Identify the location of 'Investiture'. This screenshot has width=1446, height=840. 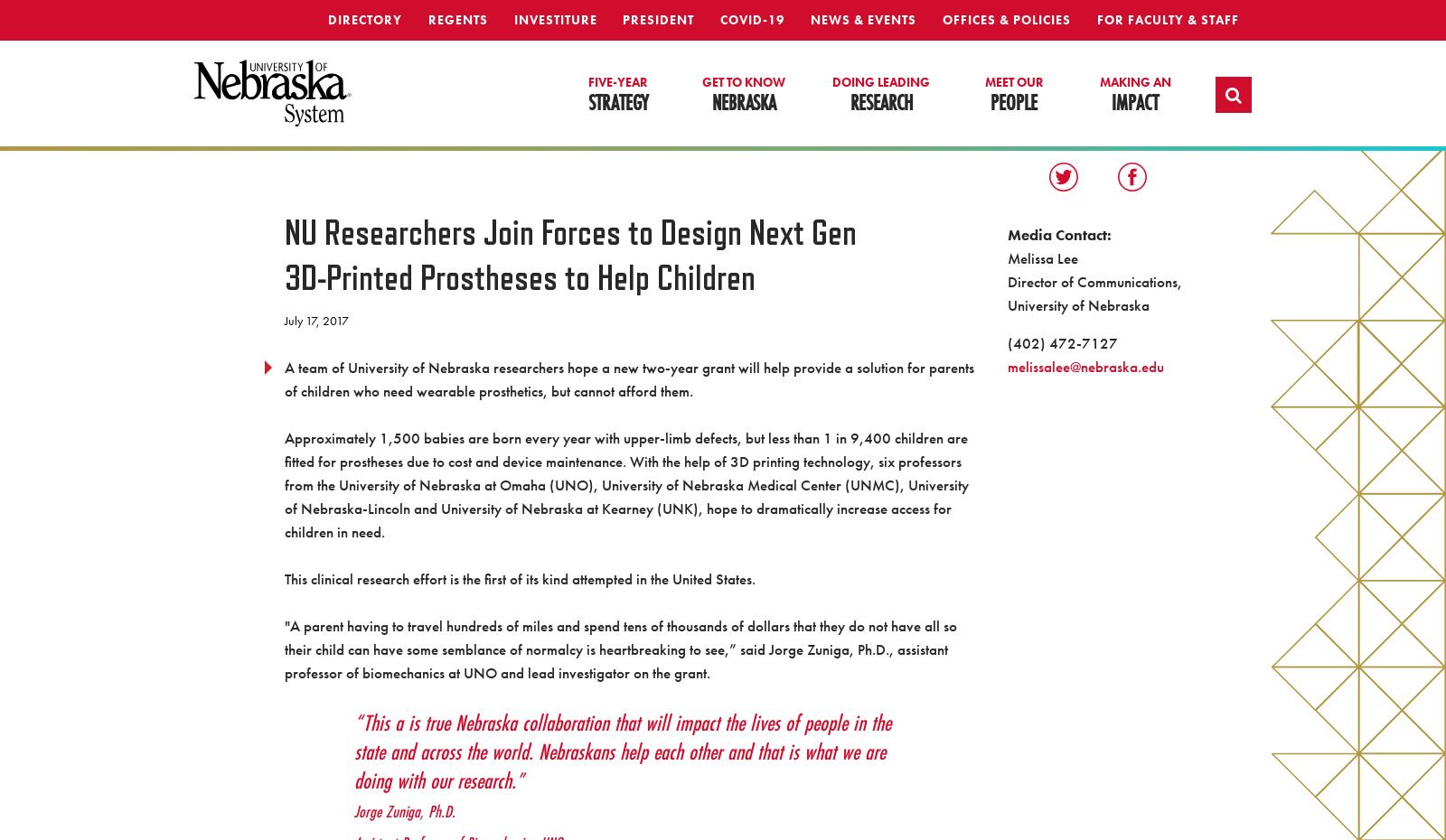
(554, 19).